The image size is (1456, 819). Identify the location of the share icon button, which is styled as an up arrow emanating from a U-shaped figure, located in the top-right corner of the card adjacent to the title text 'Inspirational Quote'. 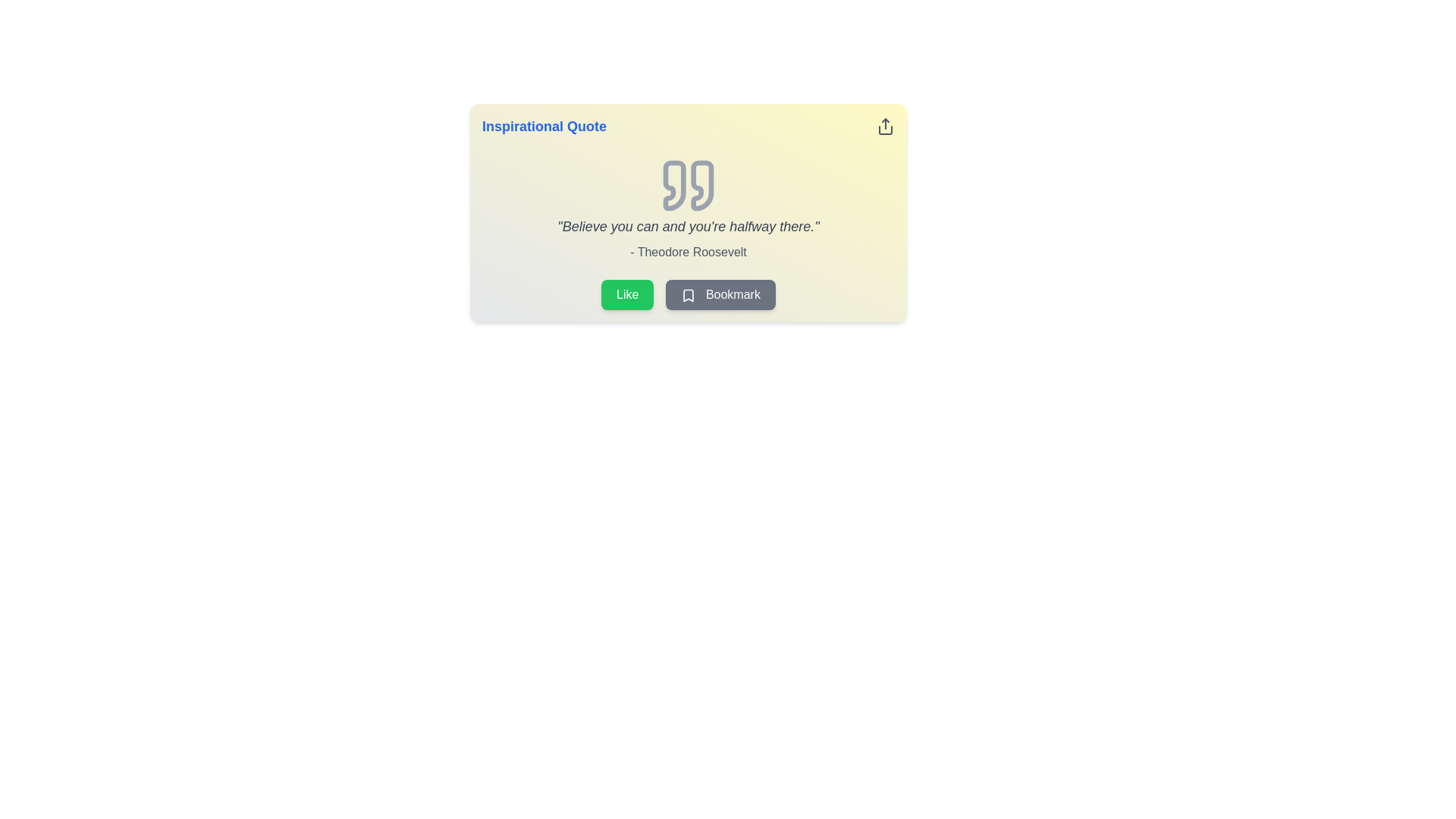
(885, 125).